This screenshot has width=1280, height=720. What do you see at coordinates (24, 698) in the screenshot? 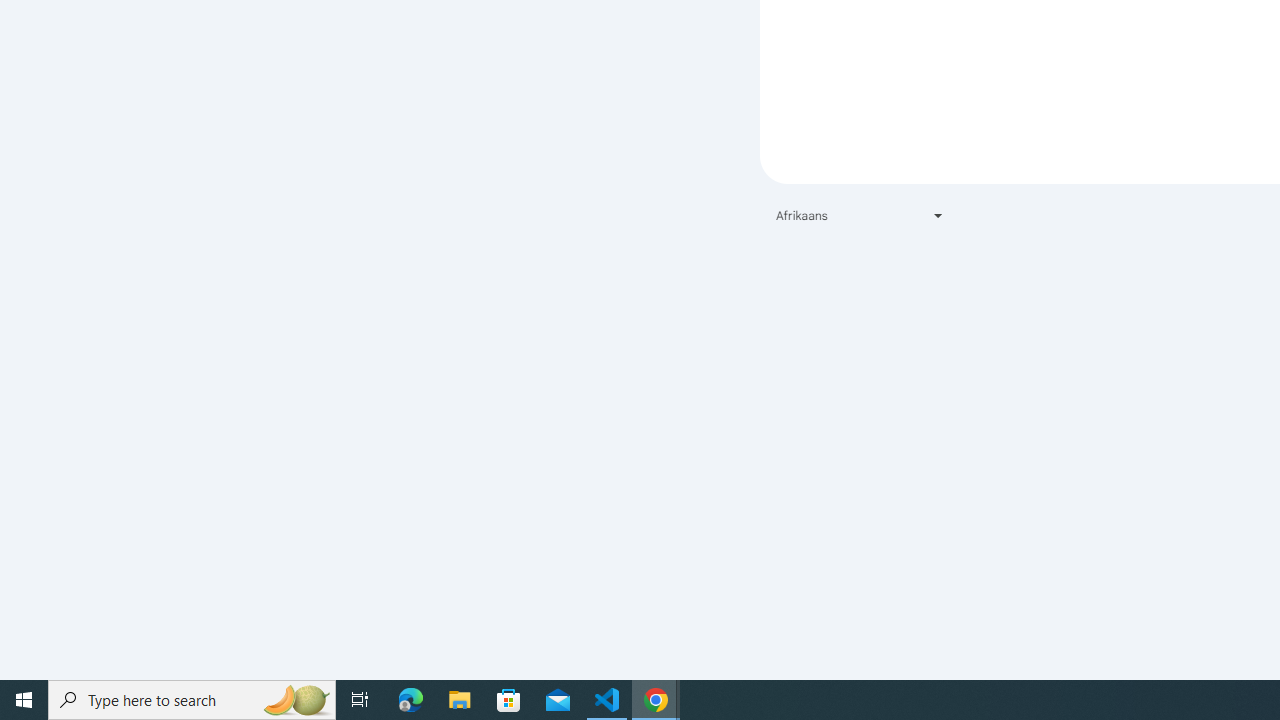
I see `'Start'` at bounding box center [24, 698].